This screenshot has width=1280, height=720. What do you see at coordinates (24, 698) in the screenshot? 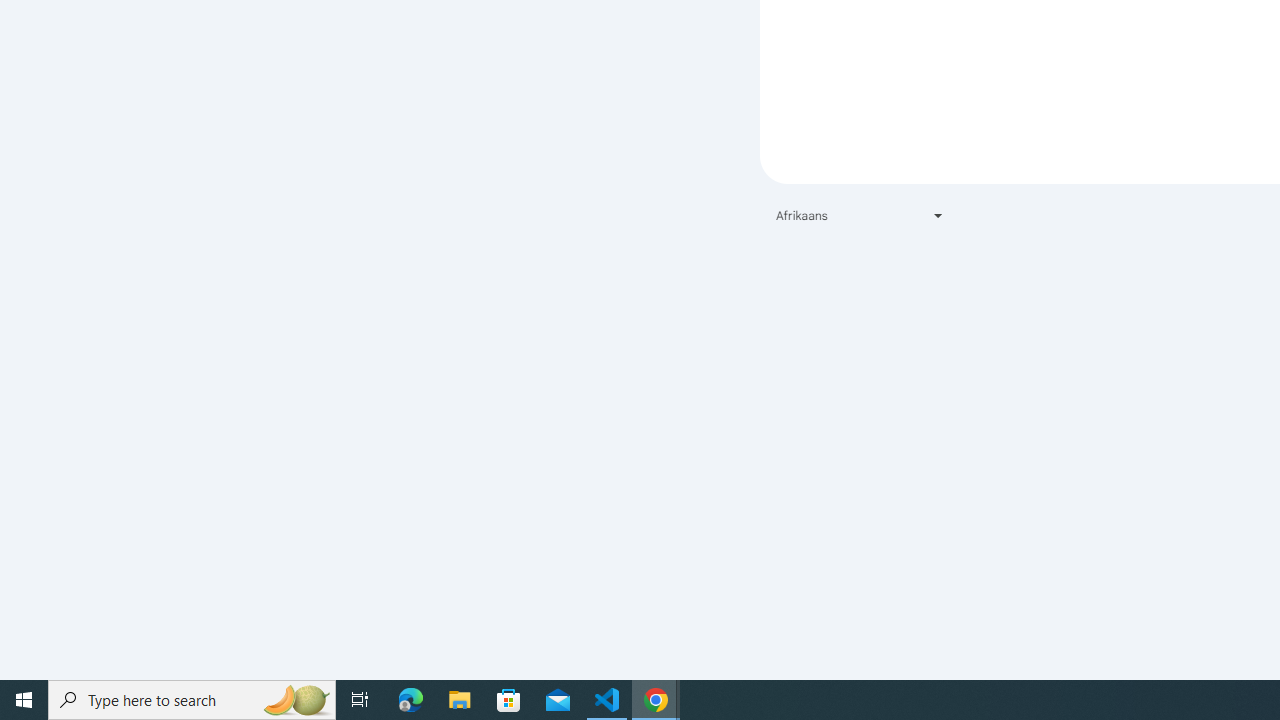
I see `'Start'` at bounding box center [24, 698].